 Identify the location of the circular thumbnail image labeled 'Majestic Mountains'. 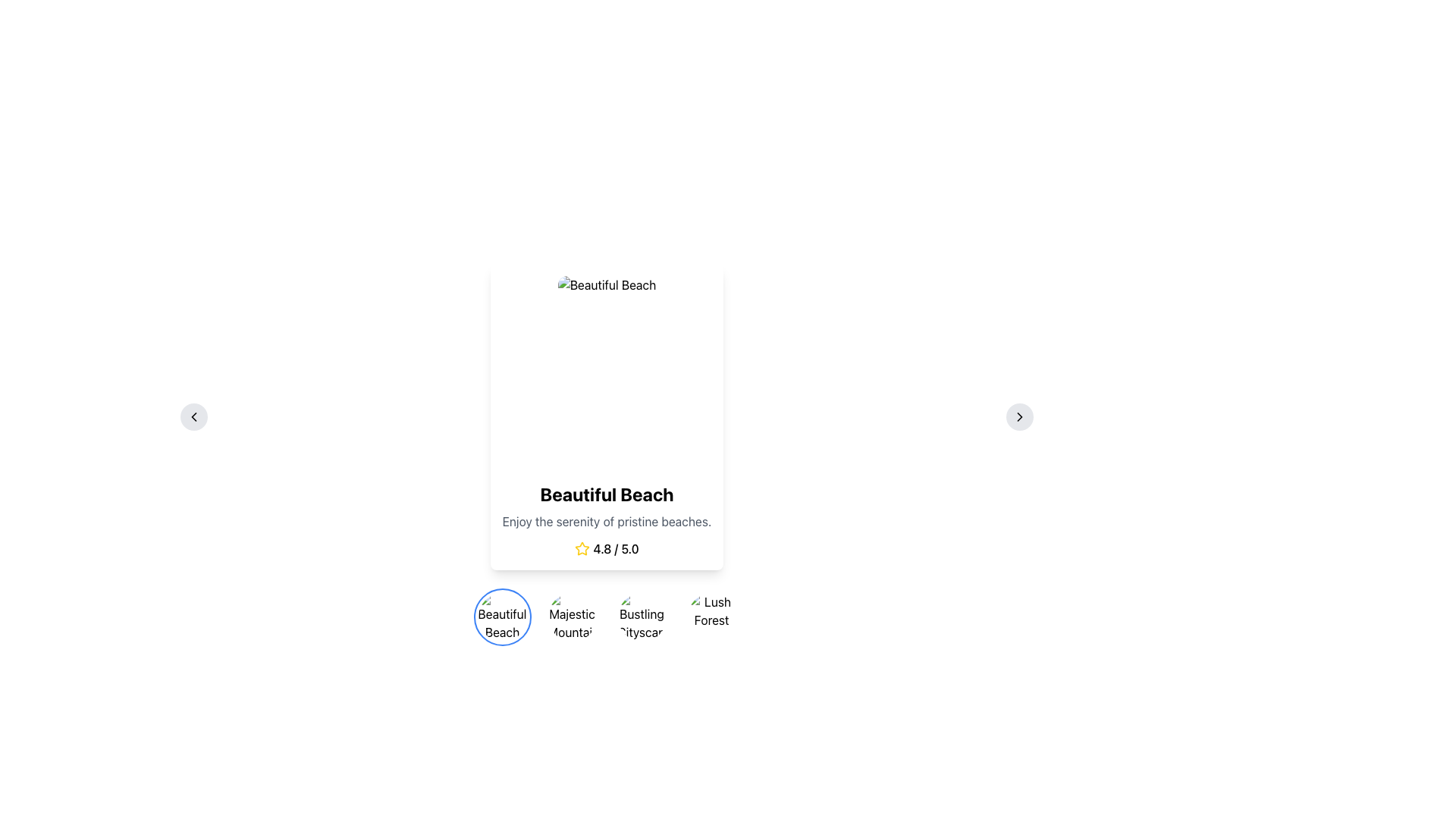
(571, 617).